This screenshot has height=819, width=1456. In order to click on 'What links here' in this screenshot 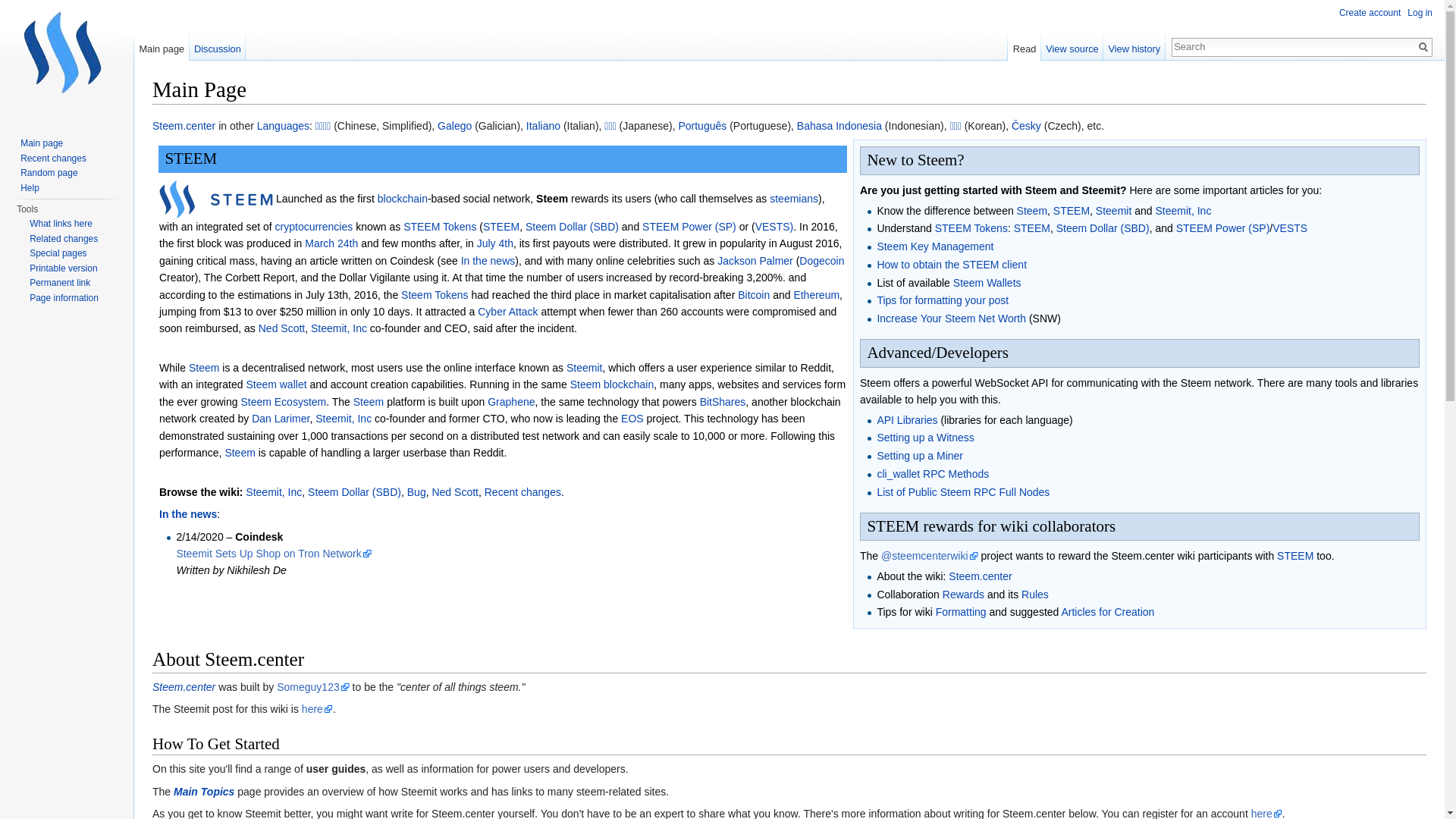, I will do `click(61, 223)`.